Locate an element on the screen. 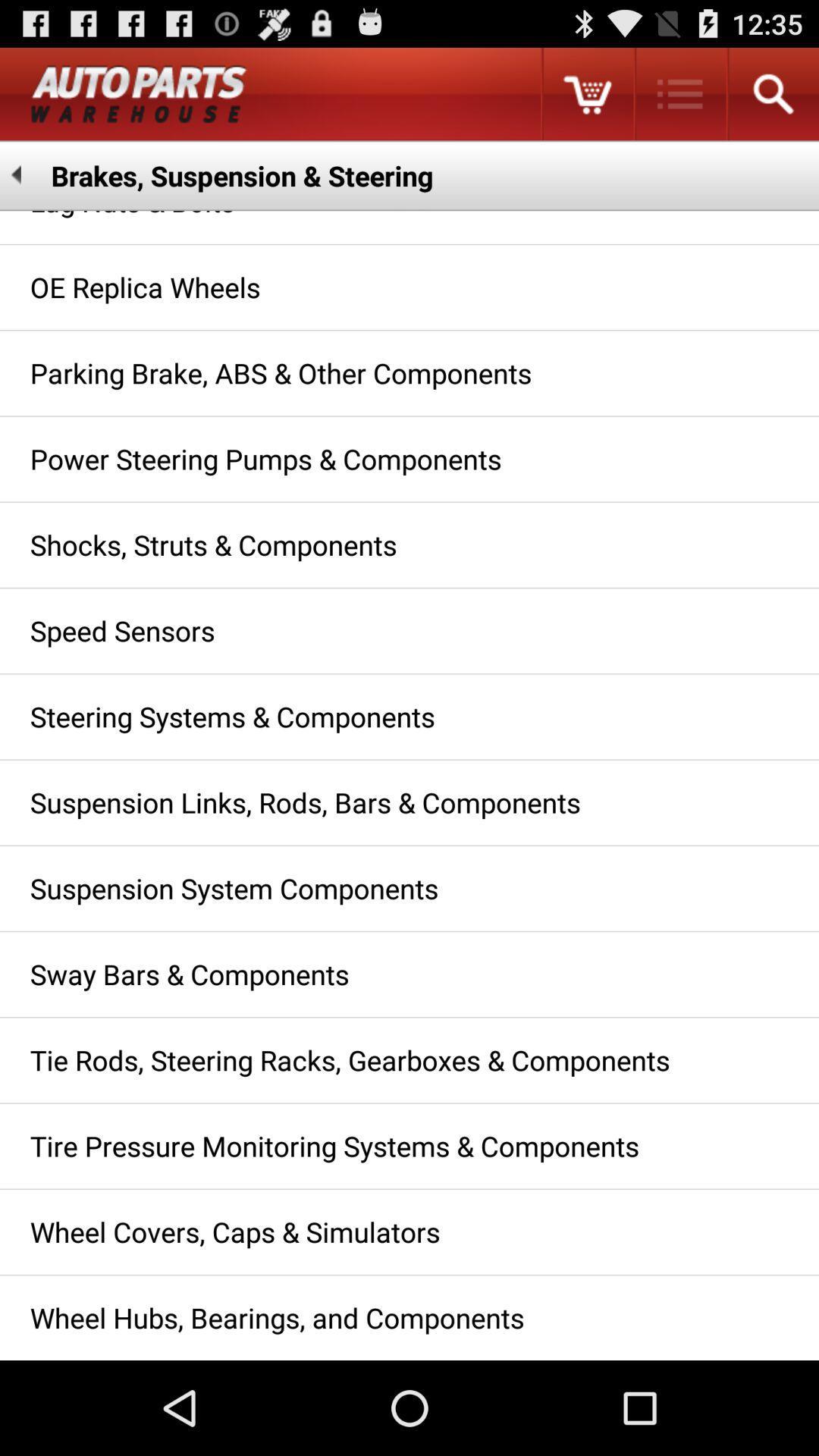  the list icon is located at coordinates (679, 99).